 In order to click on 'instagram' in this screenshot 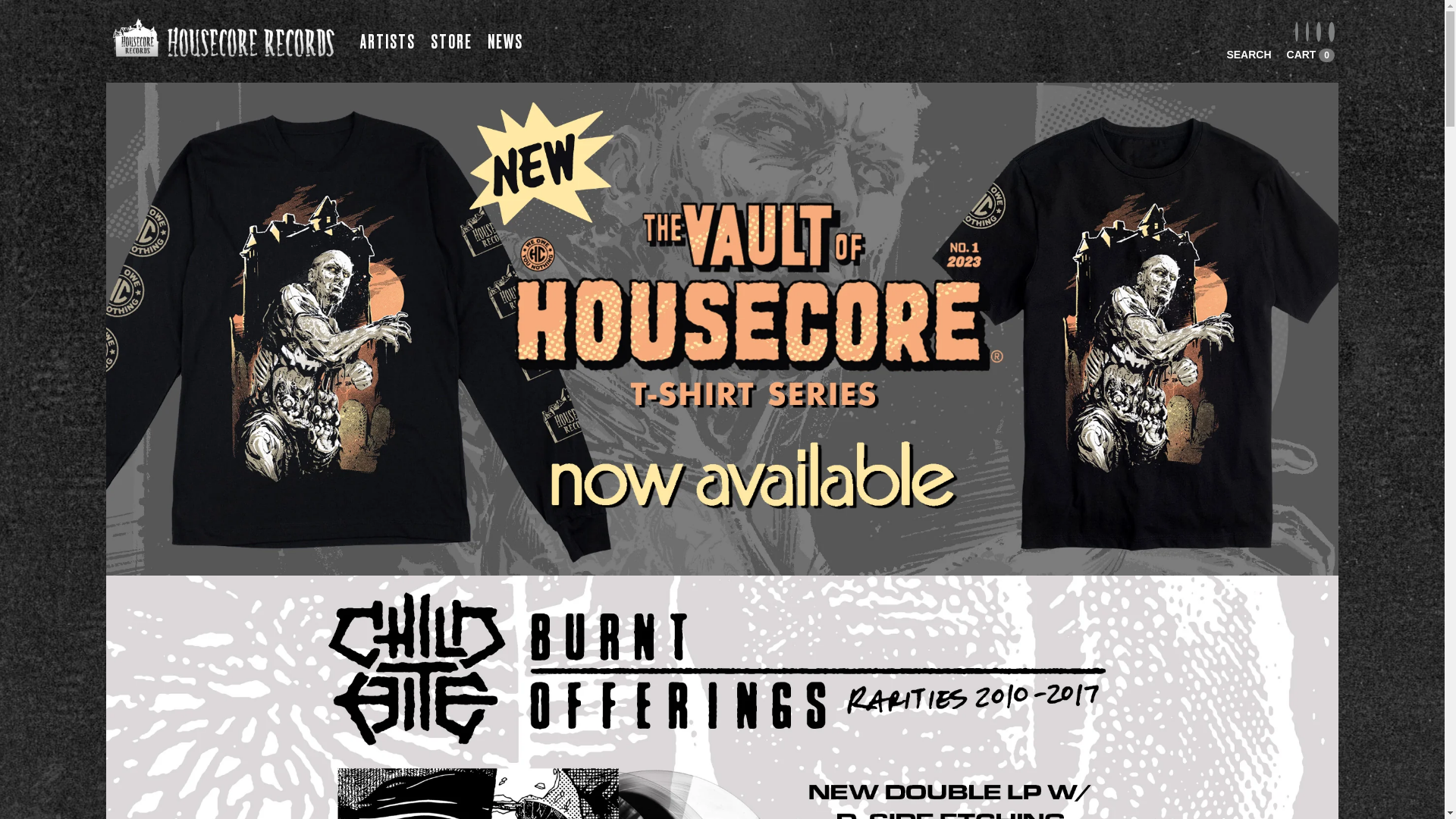, I will do `click(1305, 32)`.